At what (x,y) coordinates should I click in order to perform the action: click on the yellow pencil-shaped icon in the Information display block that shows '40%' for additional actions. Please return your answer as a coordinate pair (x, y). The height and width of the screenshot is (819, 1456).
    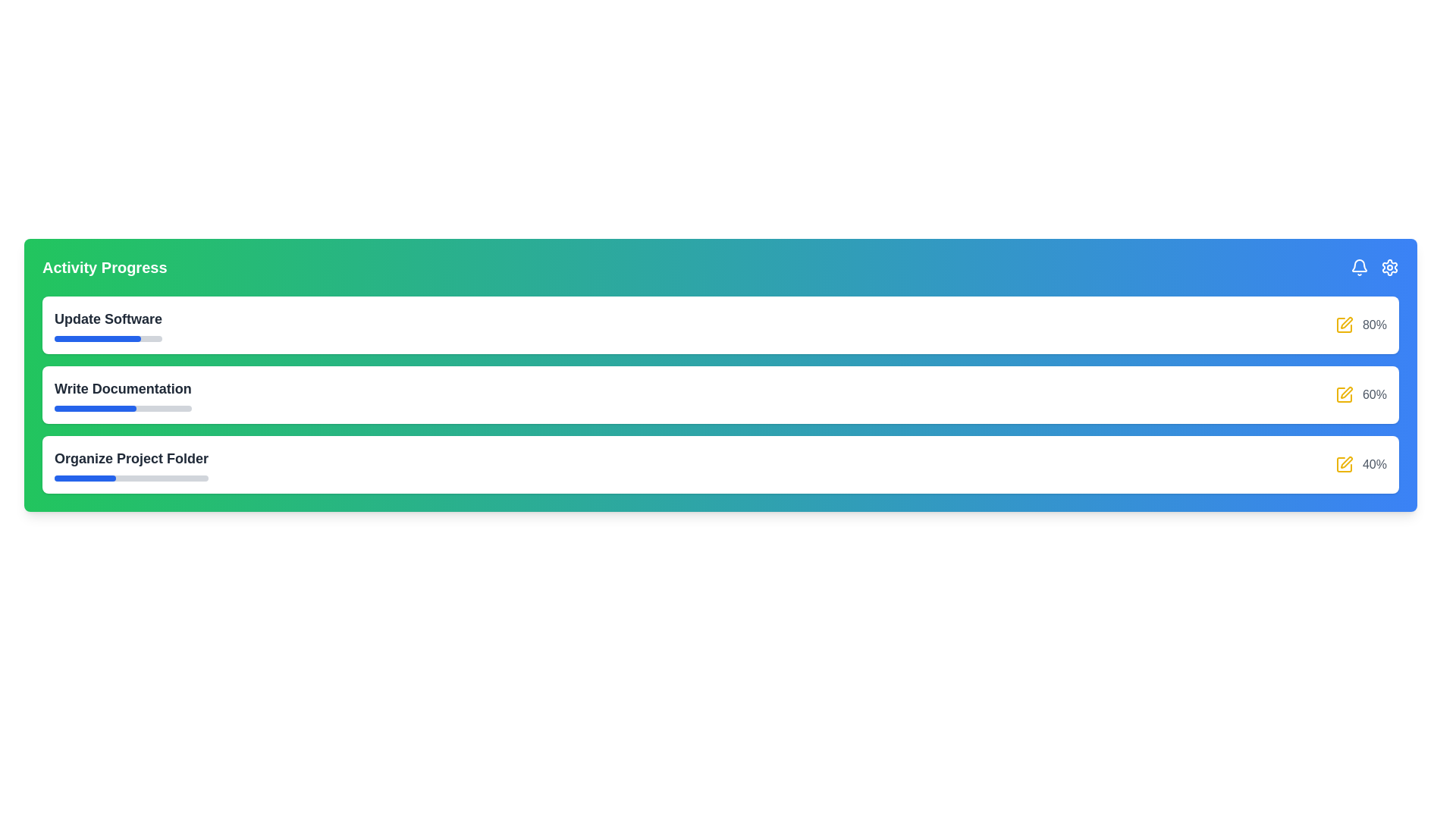
    Looking at the image, I should click on (1361, 464).